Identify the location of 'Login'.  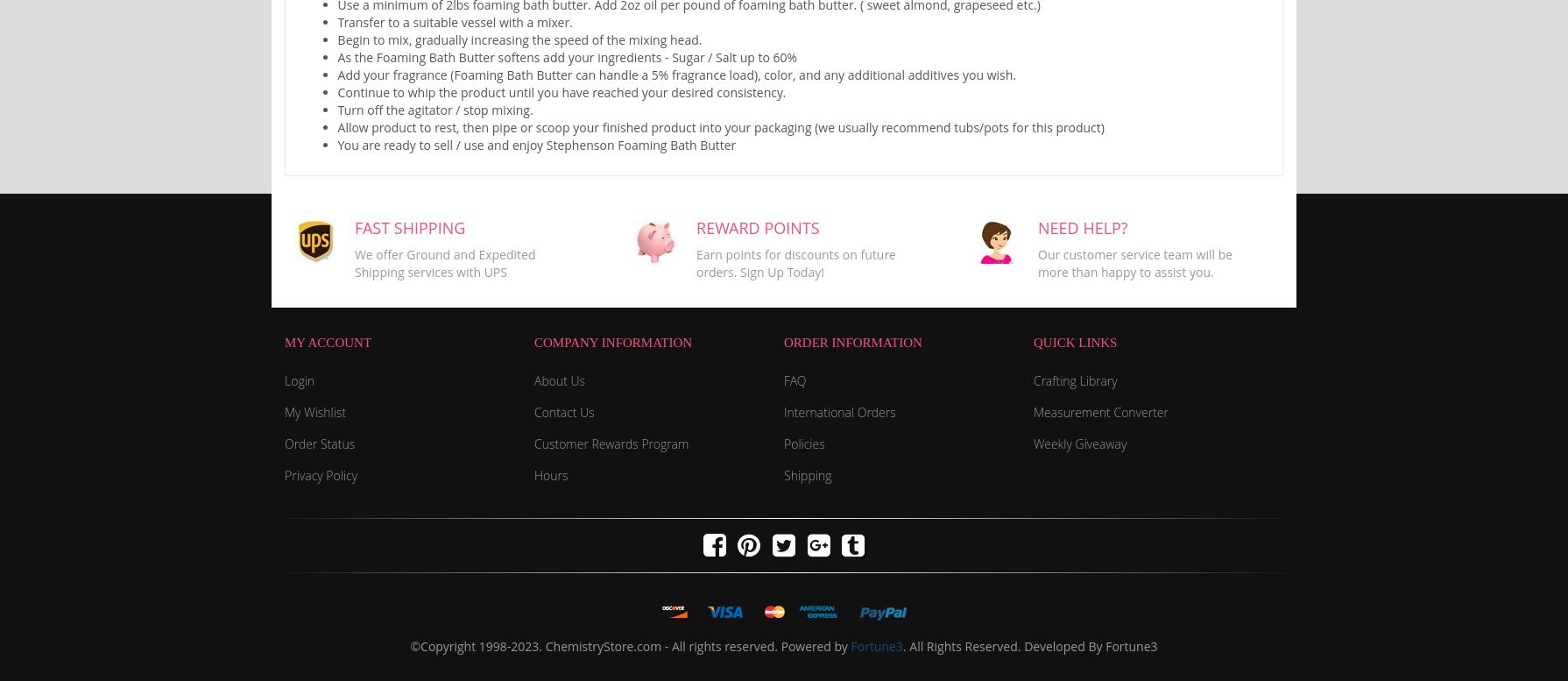
(300, 380).